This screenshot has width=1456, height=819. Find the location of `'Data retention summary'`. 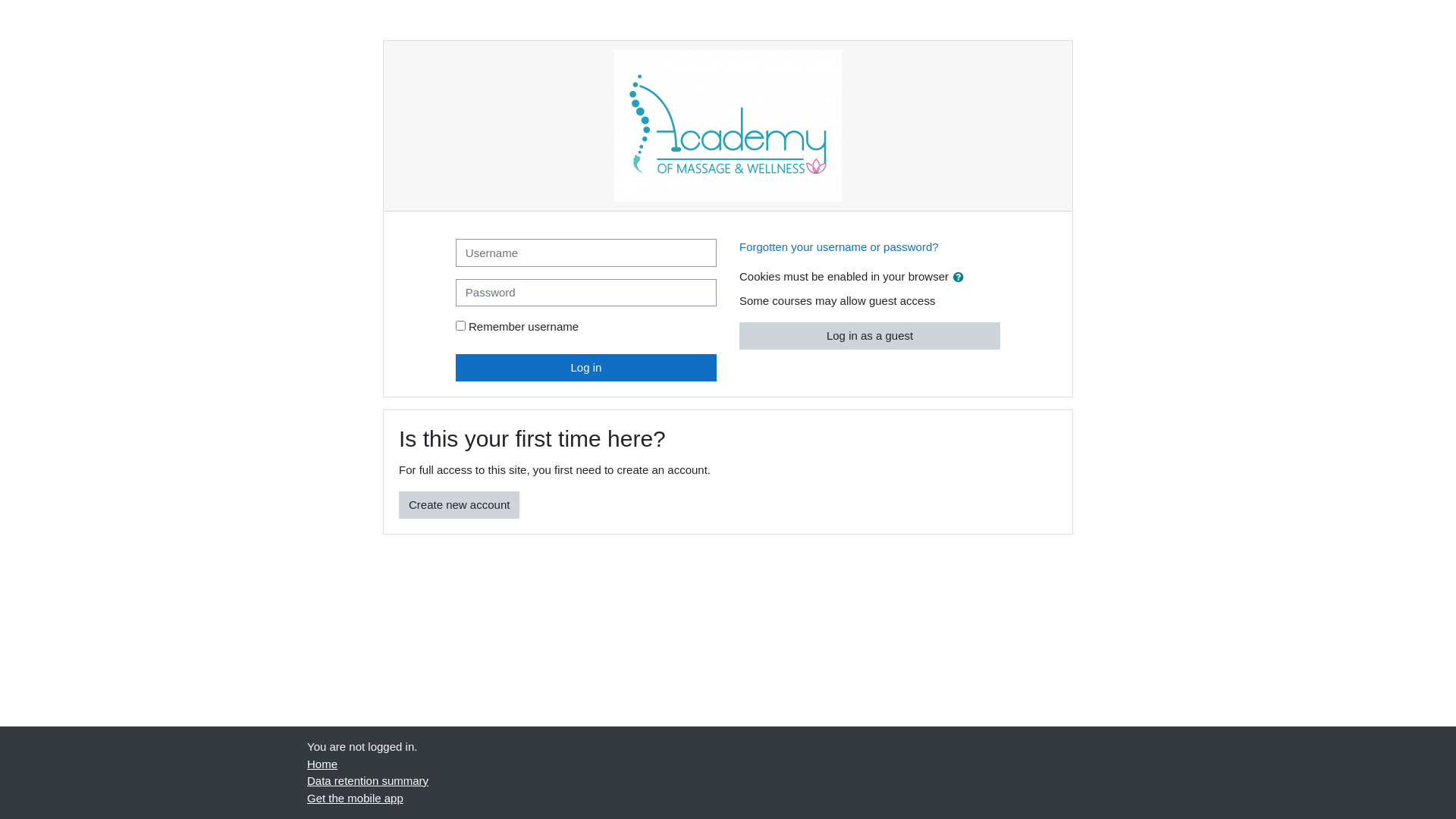

'Data retention summary' is located at coordinates (306, 780).